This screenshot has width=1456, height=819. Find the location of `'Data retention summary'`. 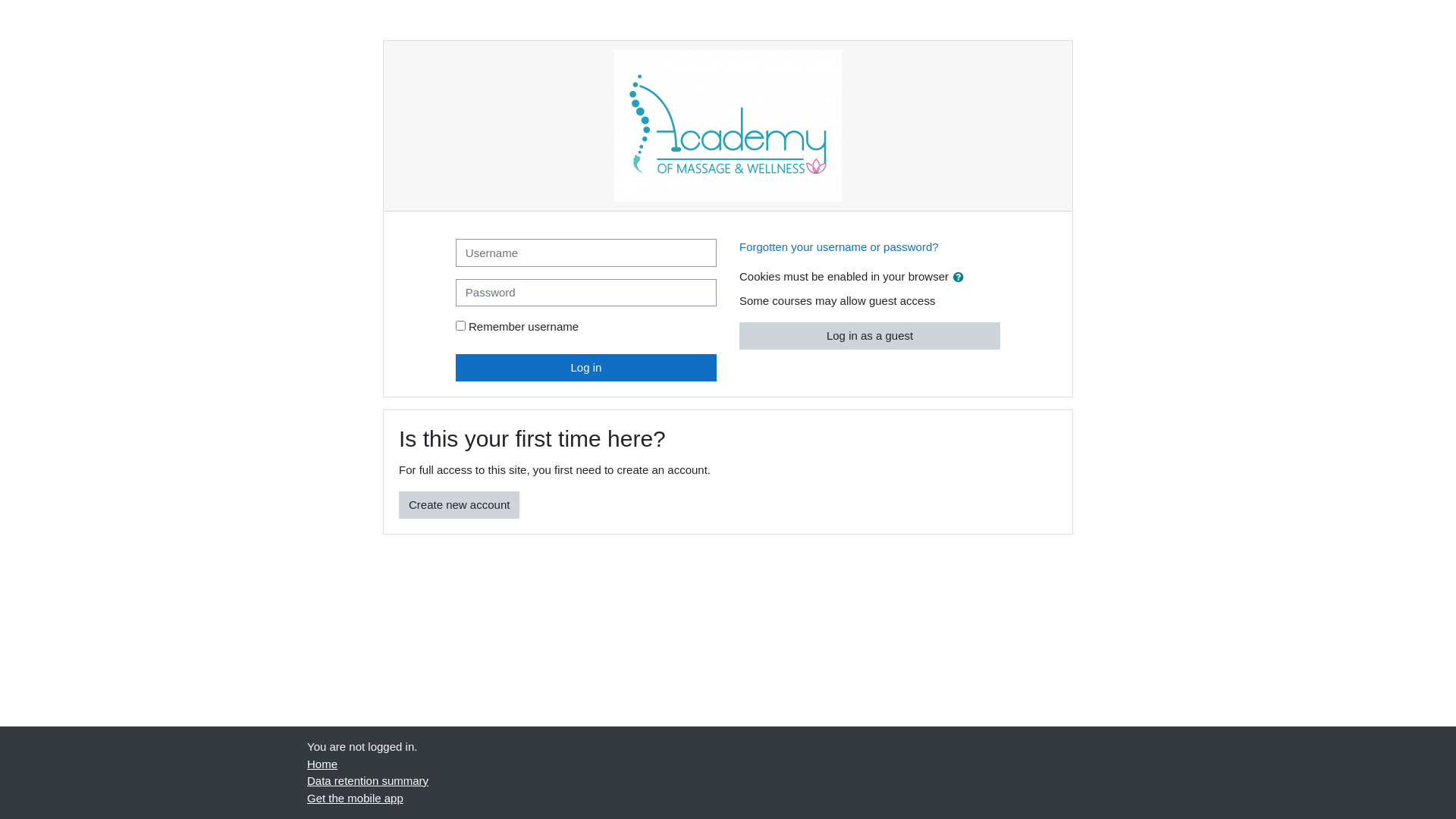

'Data retention summary' is located at coordinates (306, 780).